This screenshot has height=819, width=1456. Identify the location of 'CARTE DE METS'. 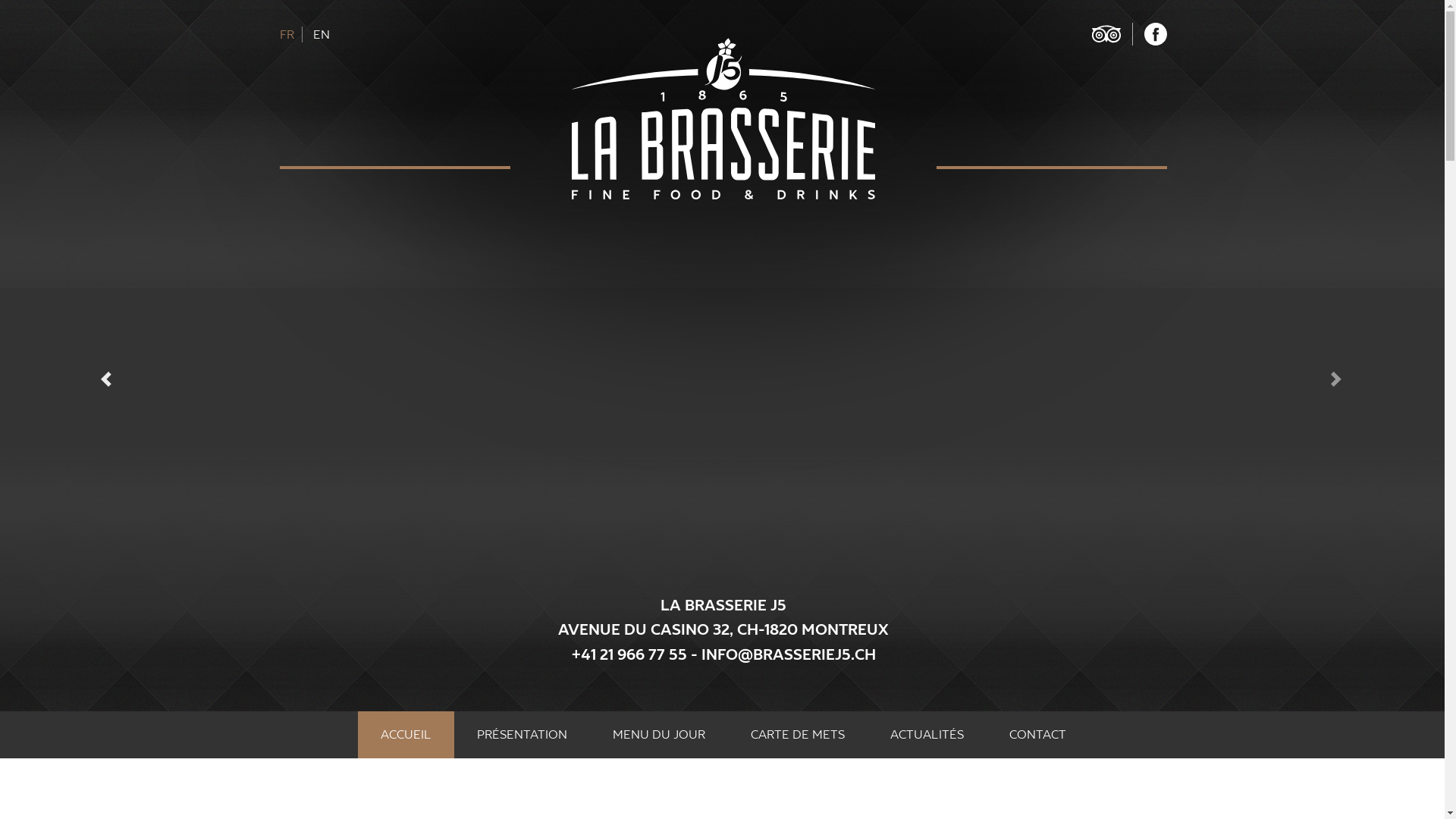
(728, 733).